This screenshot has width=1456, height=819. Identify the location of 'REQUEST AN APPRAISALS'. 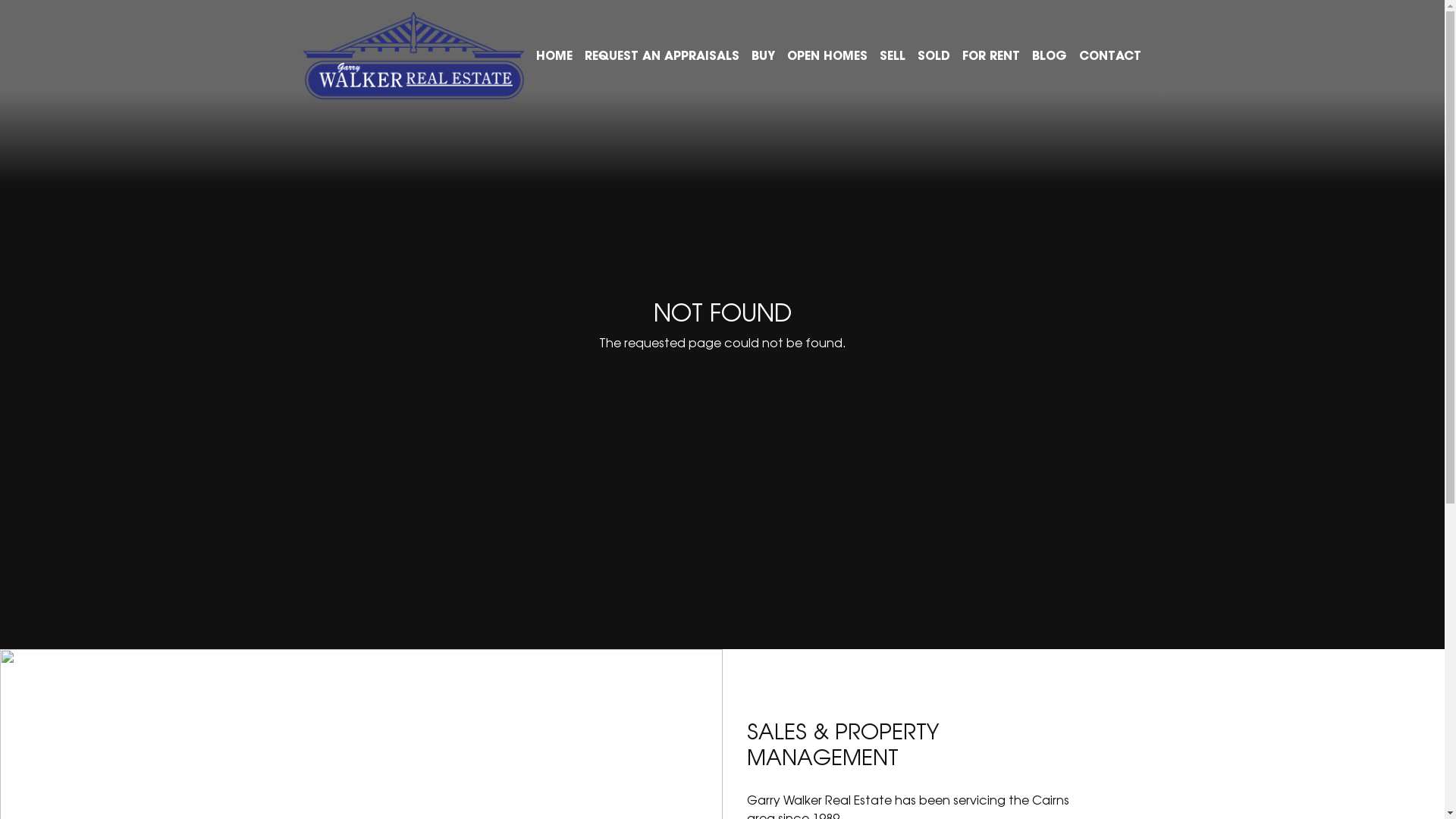
(577, 55).